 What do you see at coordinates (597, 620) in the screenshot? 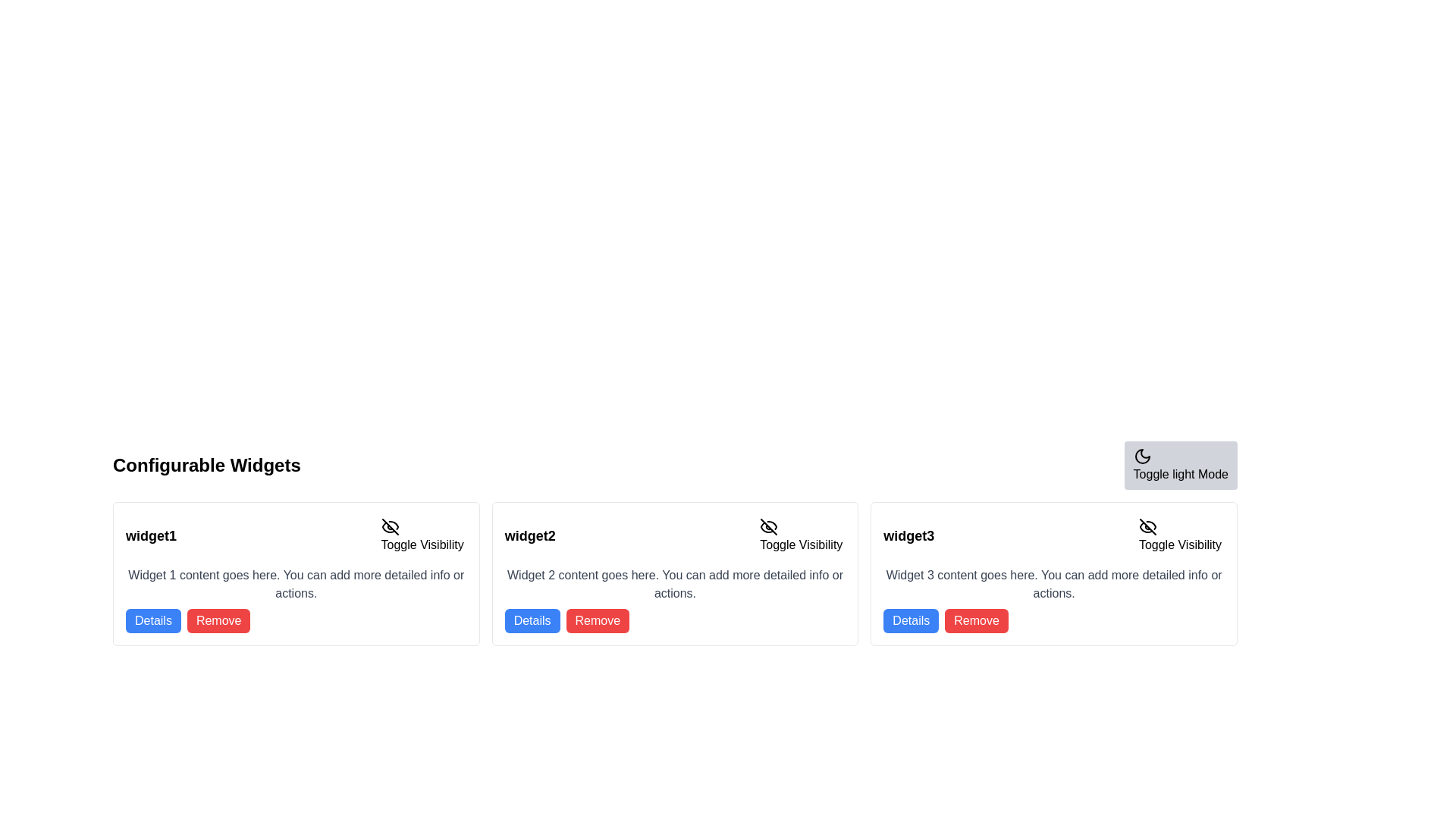
I see `the red 'Remove' button with white text, which is pill-shaped and located directly to the right of the 'Details' button within the 'widget2' card` at bounding box center [597, 620].